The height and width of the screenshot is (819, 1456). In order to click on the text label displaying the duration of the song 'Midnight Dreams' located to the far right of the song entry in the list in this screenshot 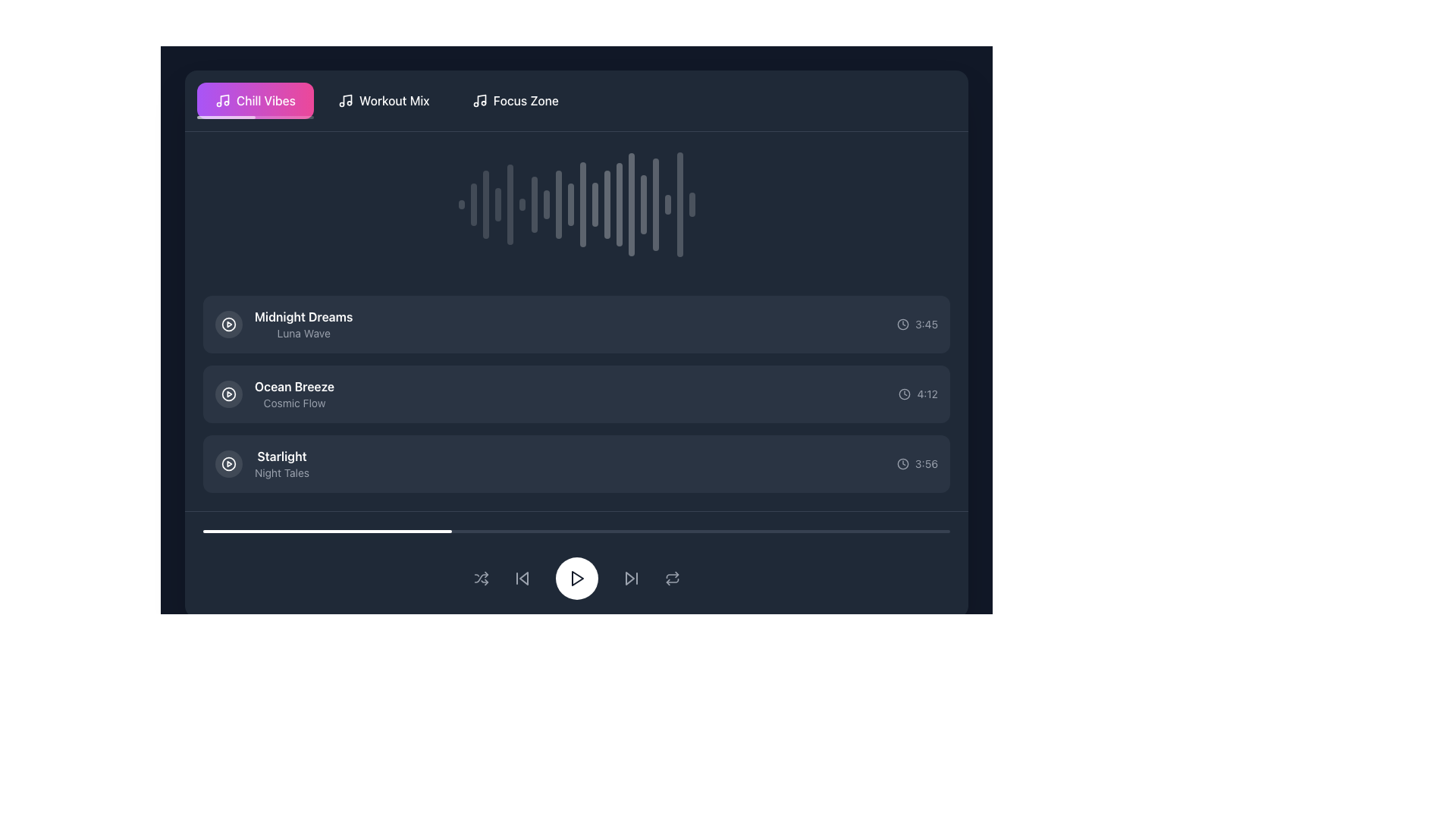, I will do `click(926, 324)`.